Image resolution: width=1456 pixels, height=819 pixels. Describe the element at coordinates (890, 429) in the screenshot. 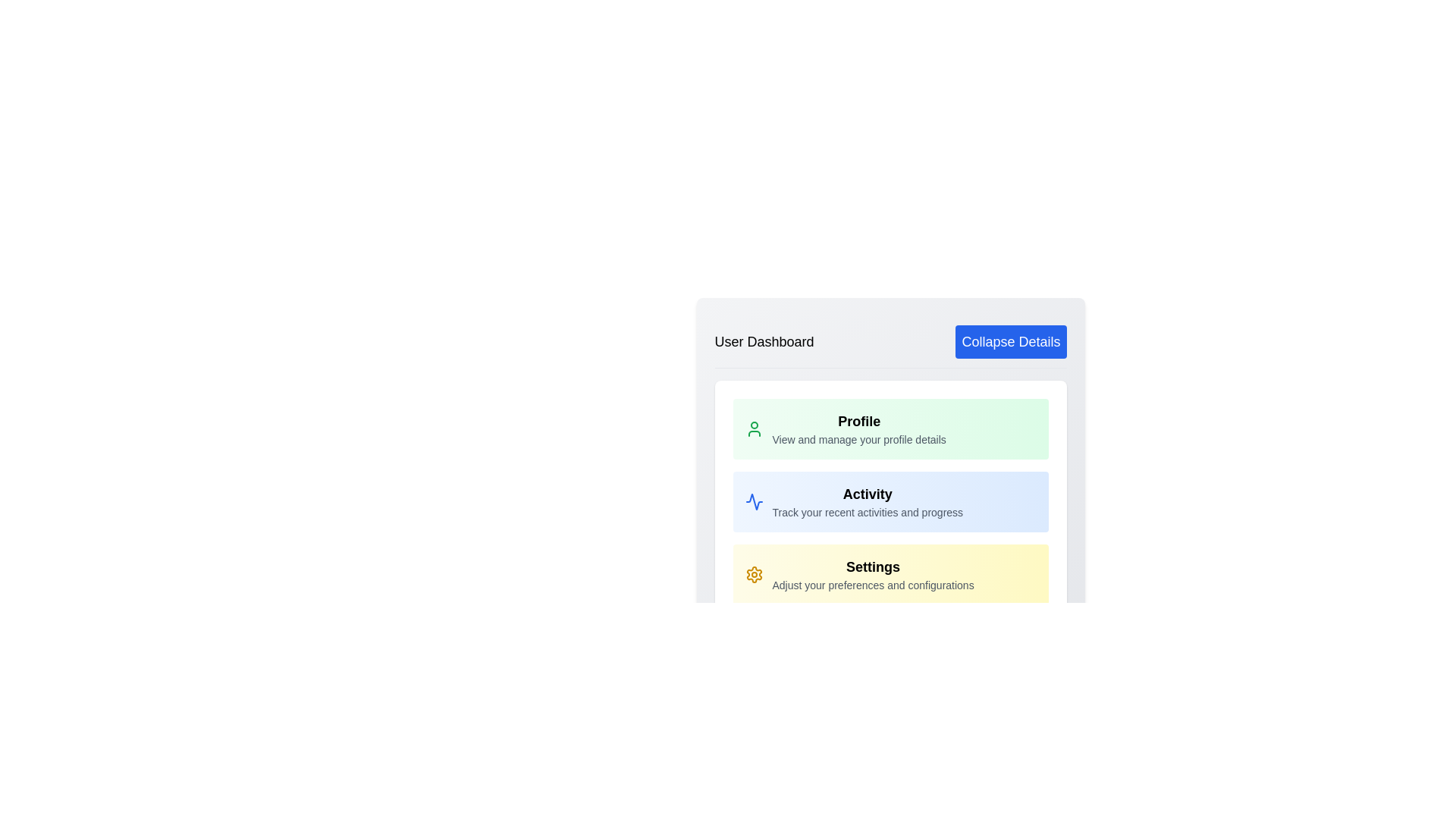

I see `the first card in the vertical stack that displays profile-related details` at that location.